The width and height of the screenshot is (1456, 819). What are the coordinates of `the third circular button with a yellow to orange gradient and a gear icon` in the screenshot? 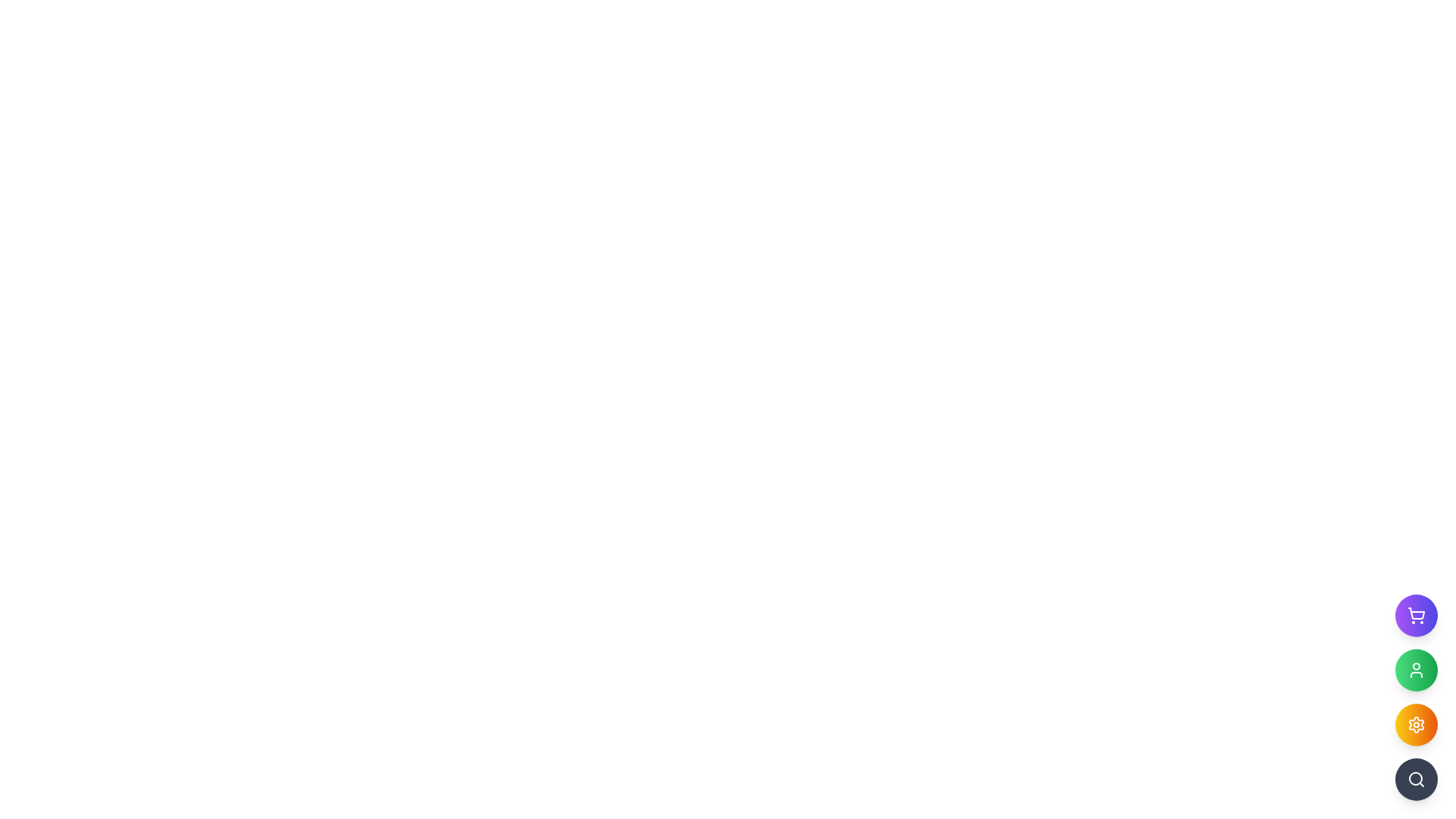 It's located at (1415, 698).